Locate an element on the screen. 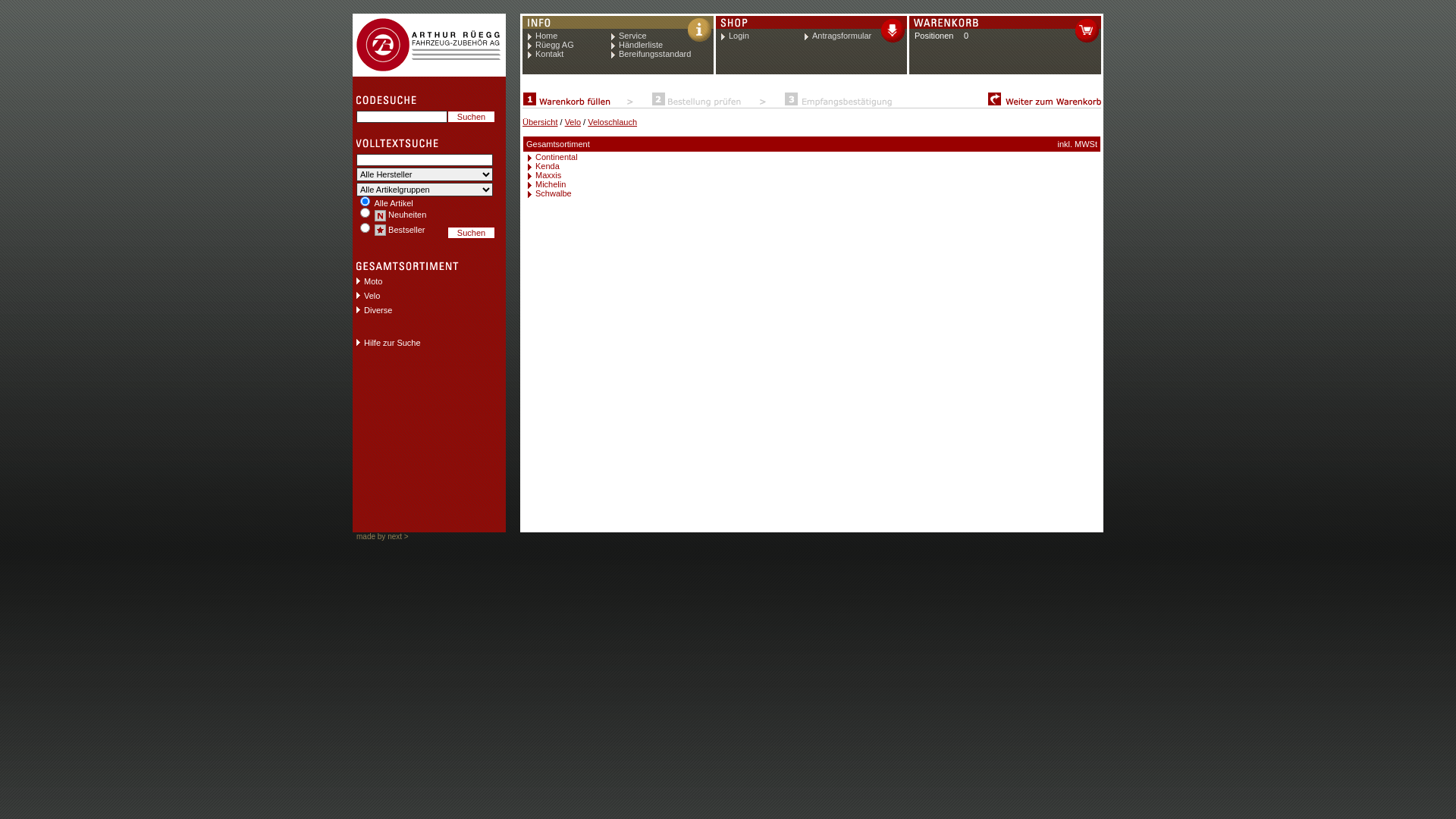  'Velo' is located at coordinates (572, 121).